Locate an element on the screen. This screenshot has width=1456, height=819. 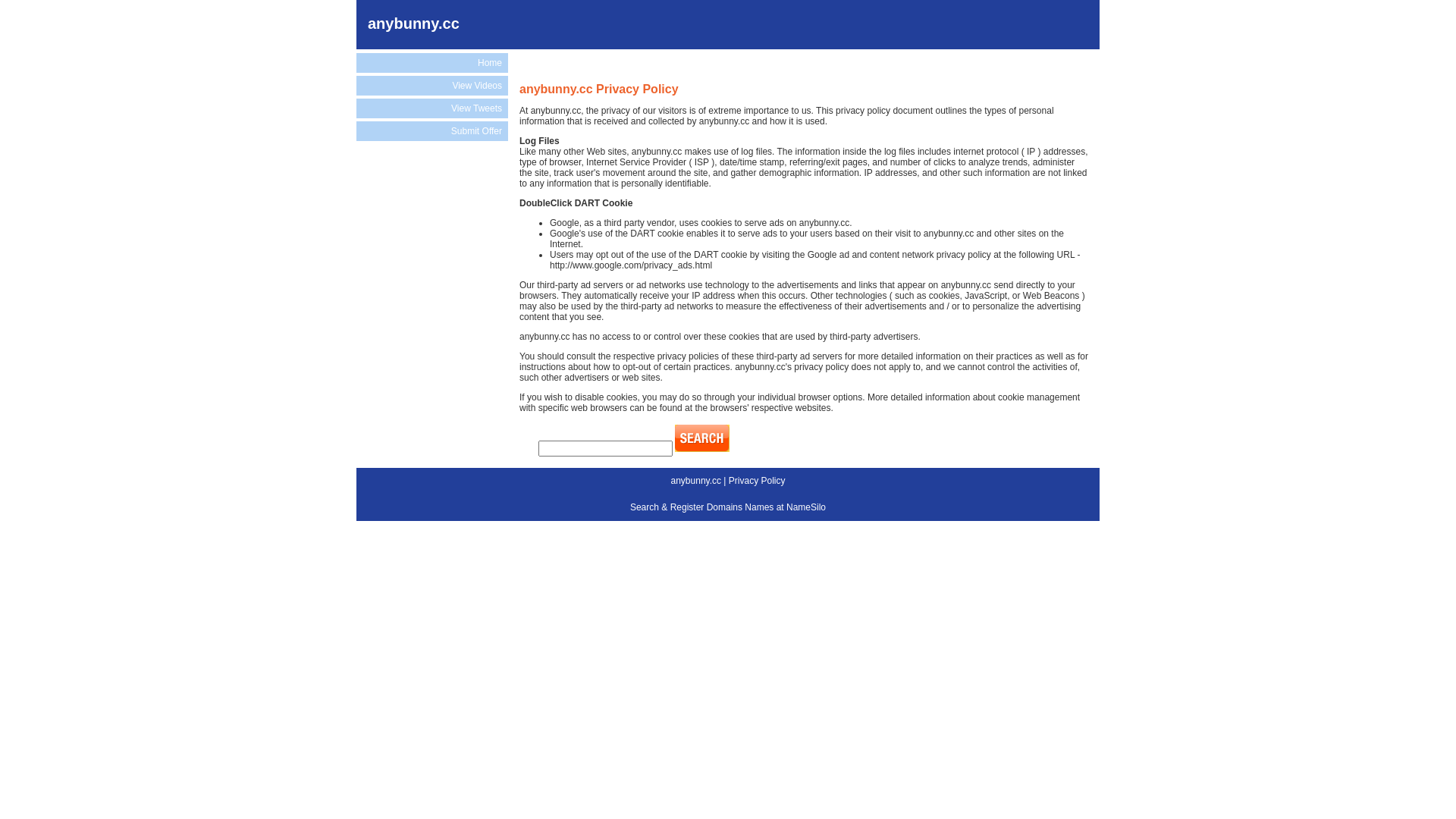
'Privacy Policy' is located at coordinates (728, 480).